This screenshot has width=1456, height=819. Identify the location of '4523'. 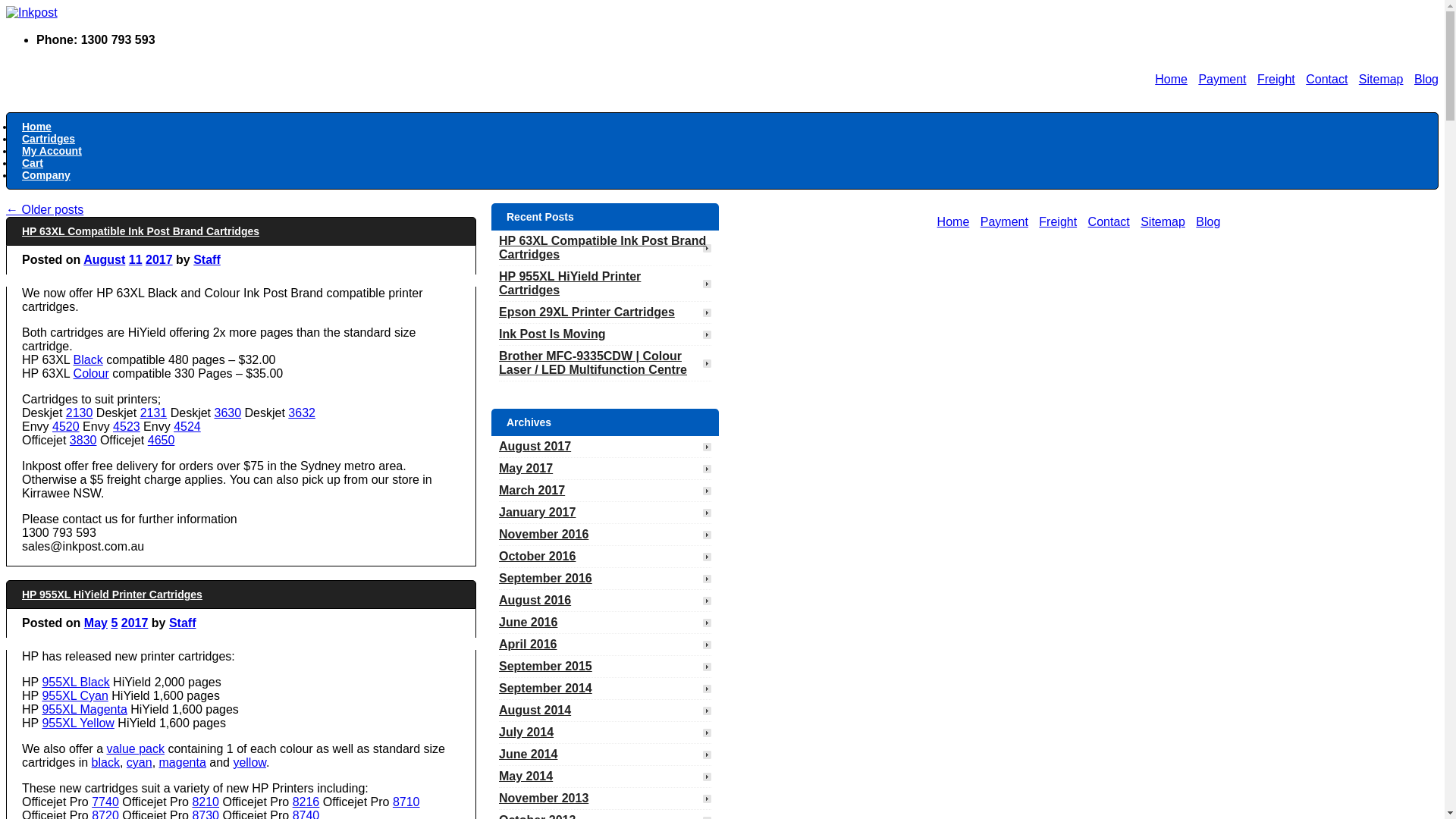
(127, 426).